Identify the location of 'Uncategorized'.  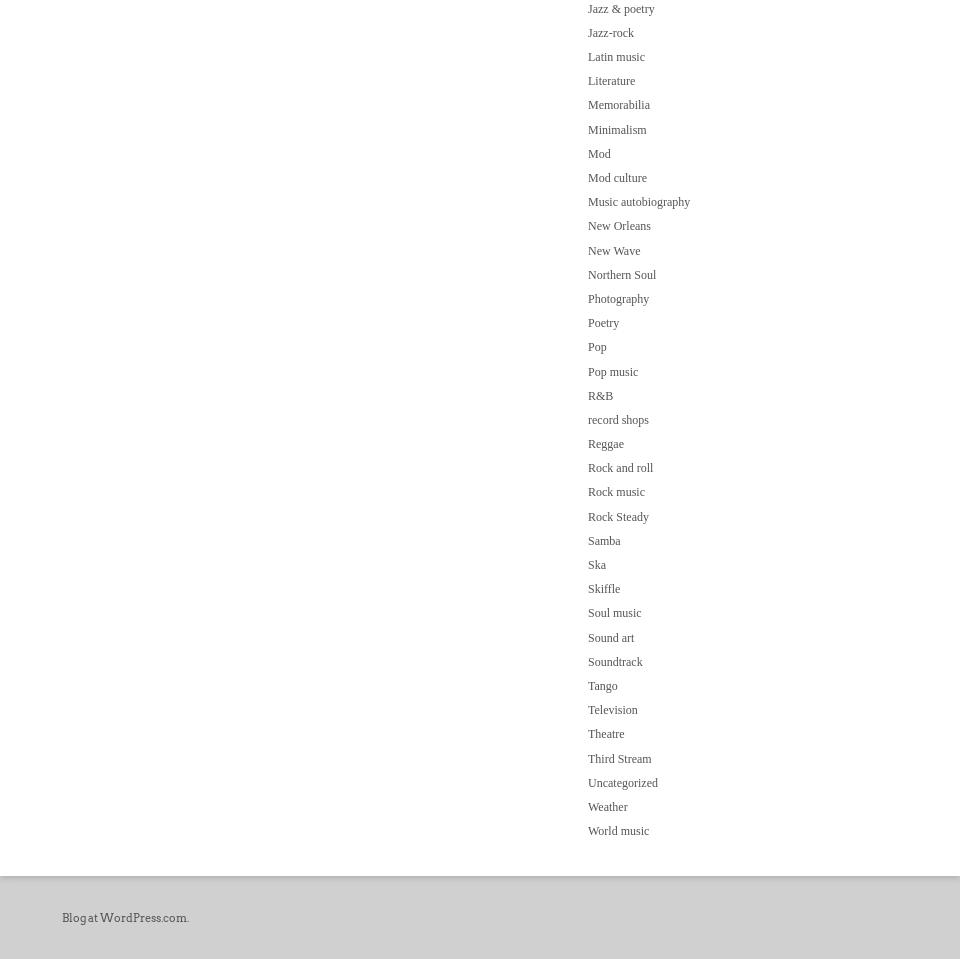
(621, 781).